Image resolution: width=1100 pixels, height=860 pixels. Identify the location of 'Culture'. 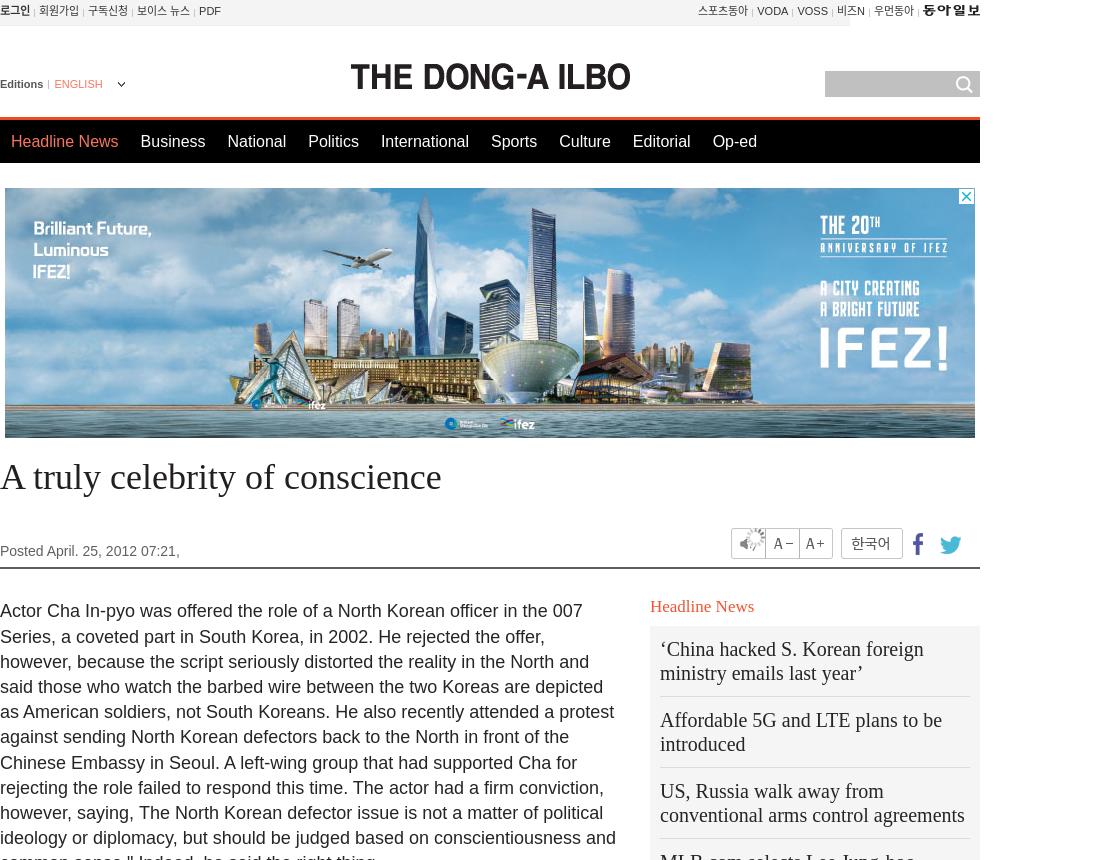
(583, 141).